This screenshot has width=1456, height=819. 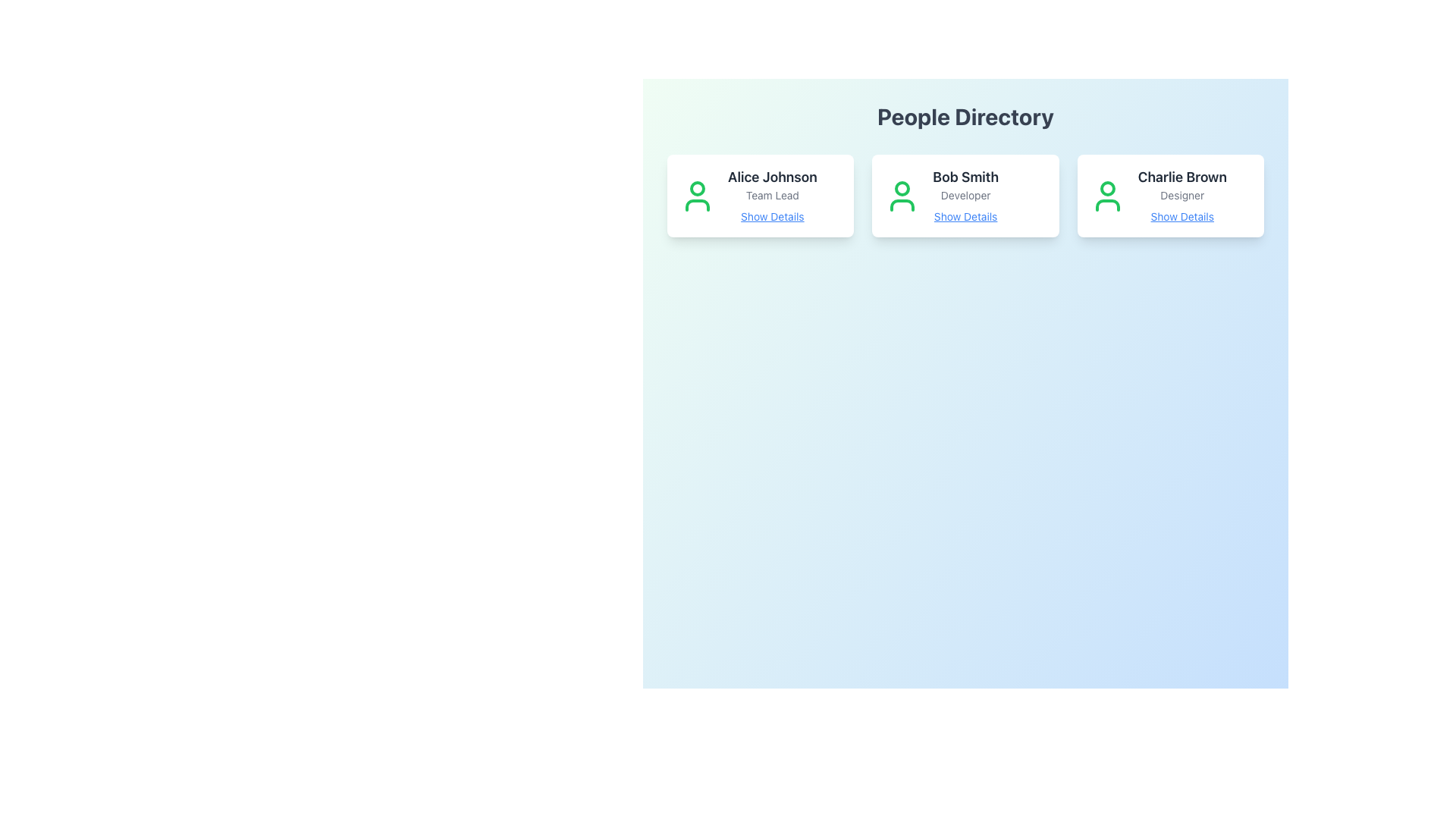 What do you see at coordinates (761, 195) in the screenshot?
I see `the leftmost Information Card in the grid to potentially reveal additional details or actions` at bounding box center [761, 195].